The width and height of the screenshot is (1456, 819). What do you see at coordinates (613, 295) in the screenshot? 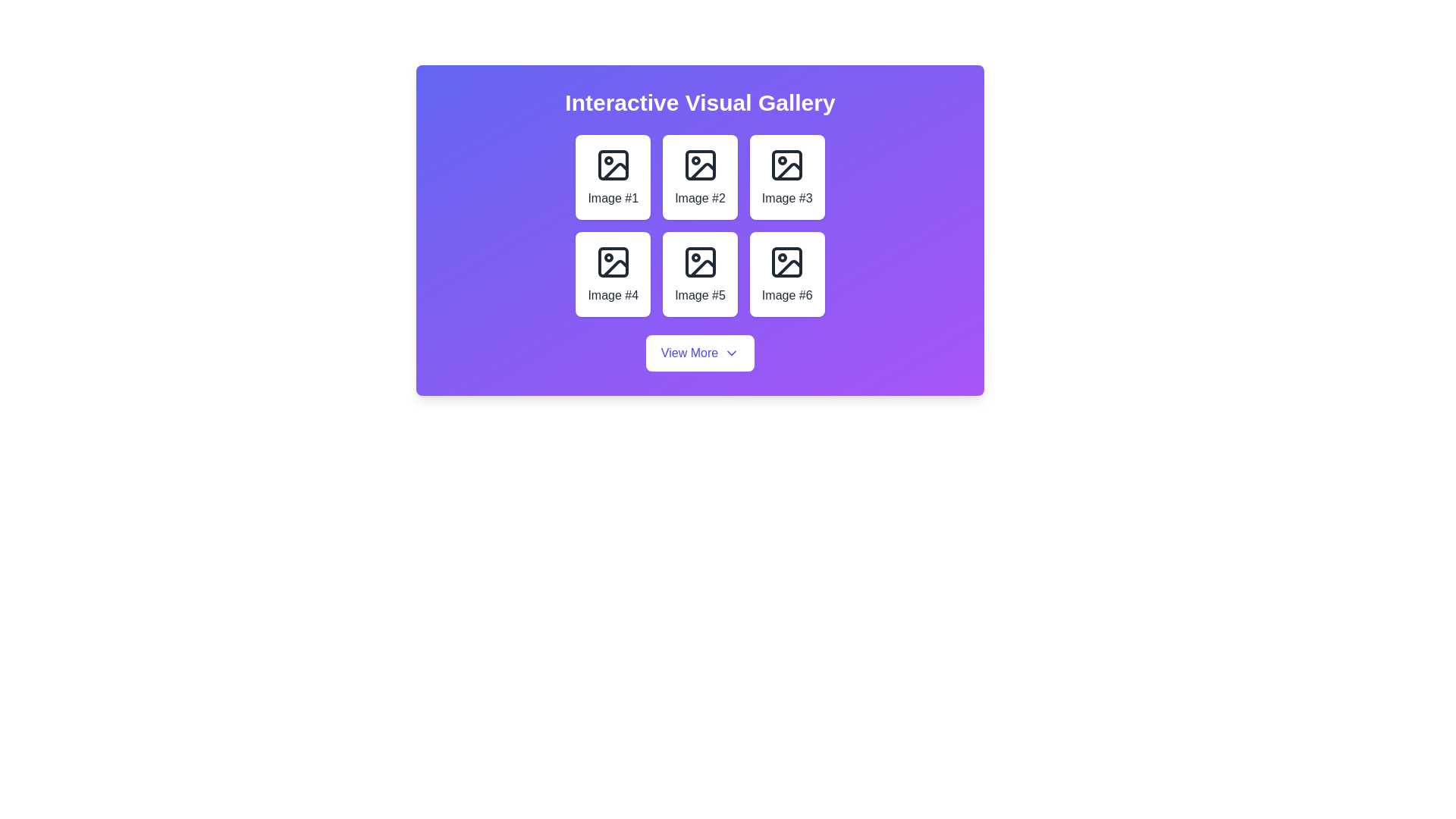
I see `text label that describes the associated image or icon located centrally in the bottom row beneath the icon in the second column of the grid layout` at bounding box center [613, 295].